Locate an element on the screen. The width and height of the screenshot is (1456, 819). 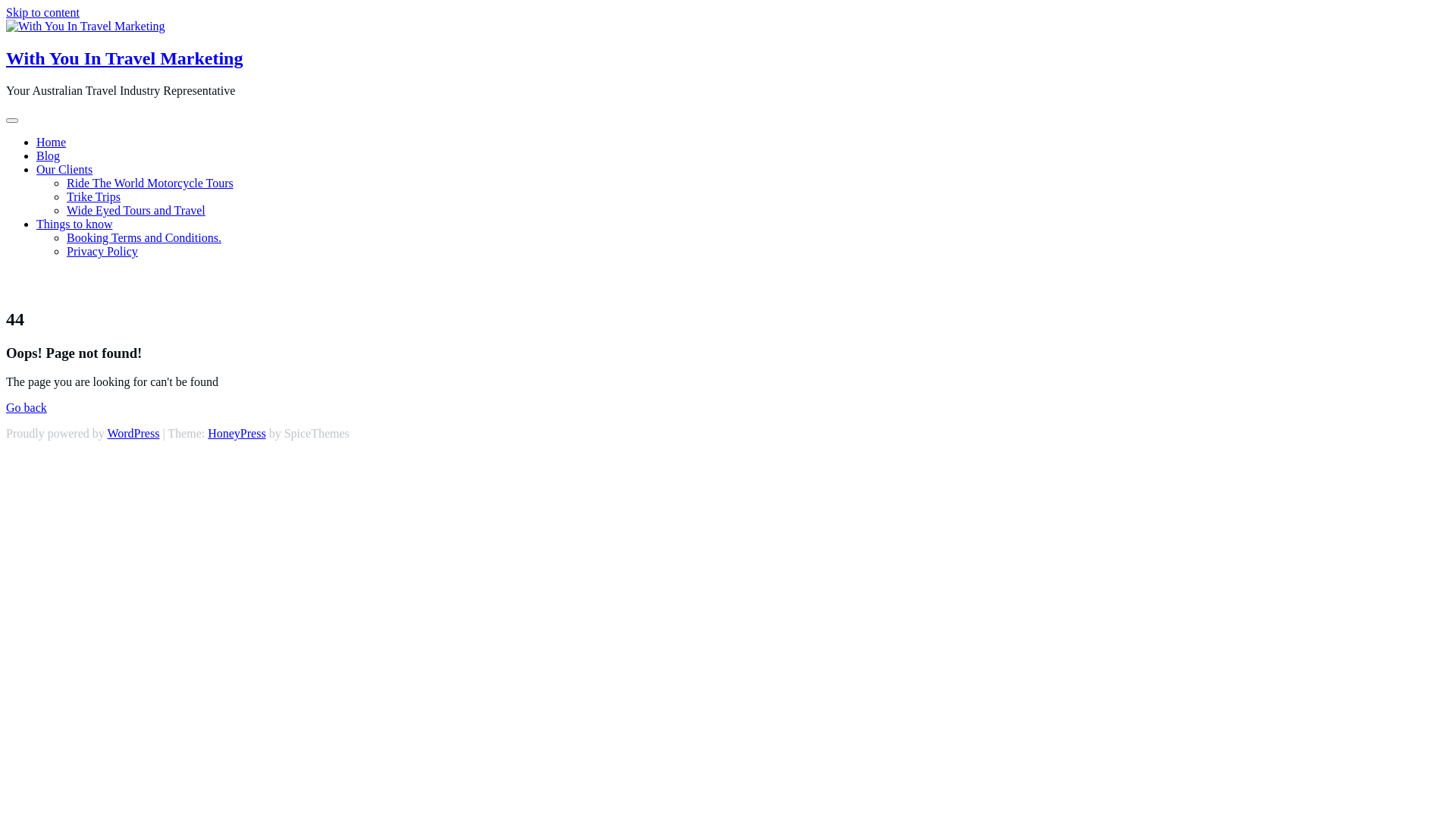
'Ride The World Motorcycle Tours' is located at coordinates (65, 182).